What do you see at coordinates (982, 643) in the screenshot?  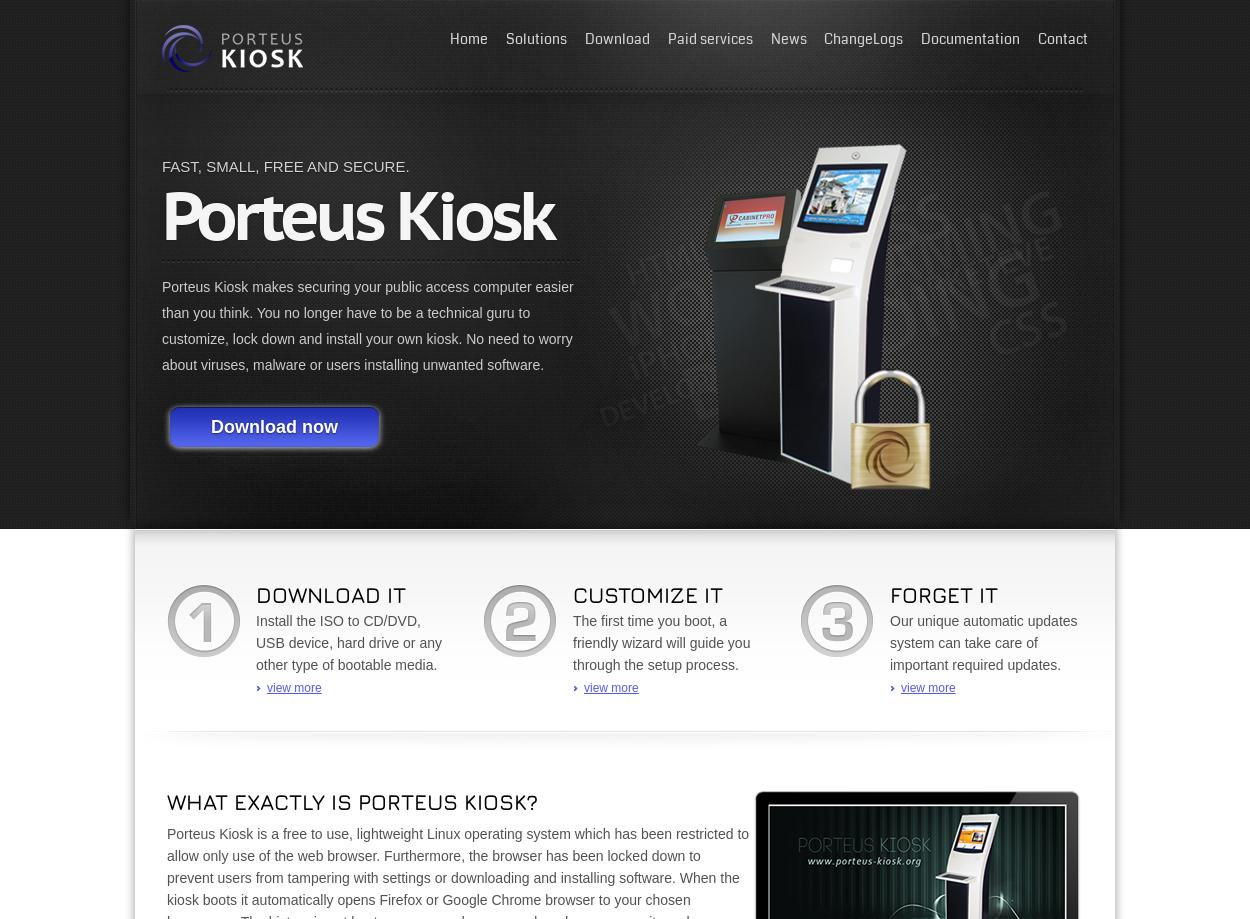 I see `'Our unique automatic updates system can take care of important required updates.'` at bounding box center [982, 643].